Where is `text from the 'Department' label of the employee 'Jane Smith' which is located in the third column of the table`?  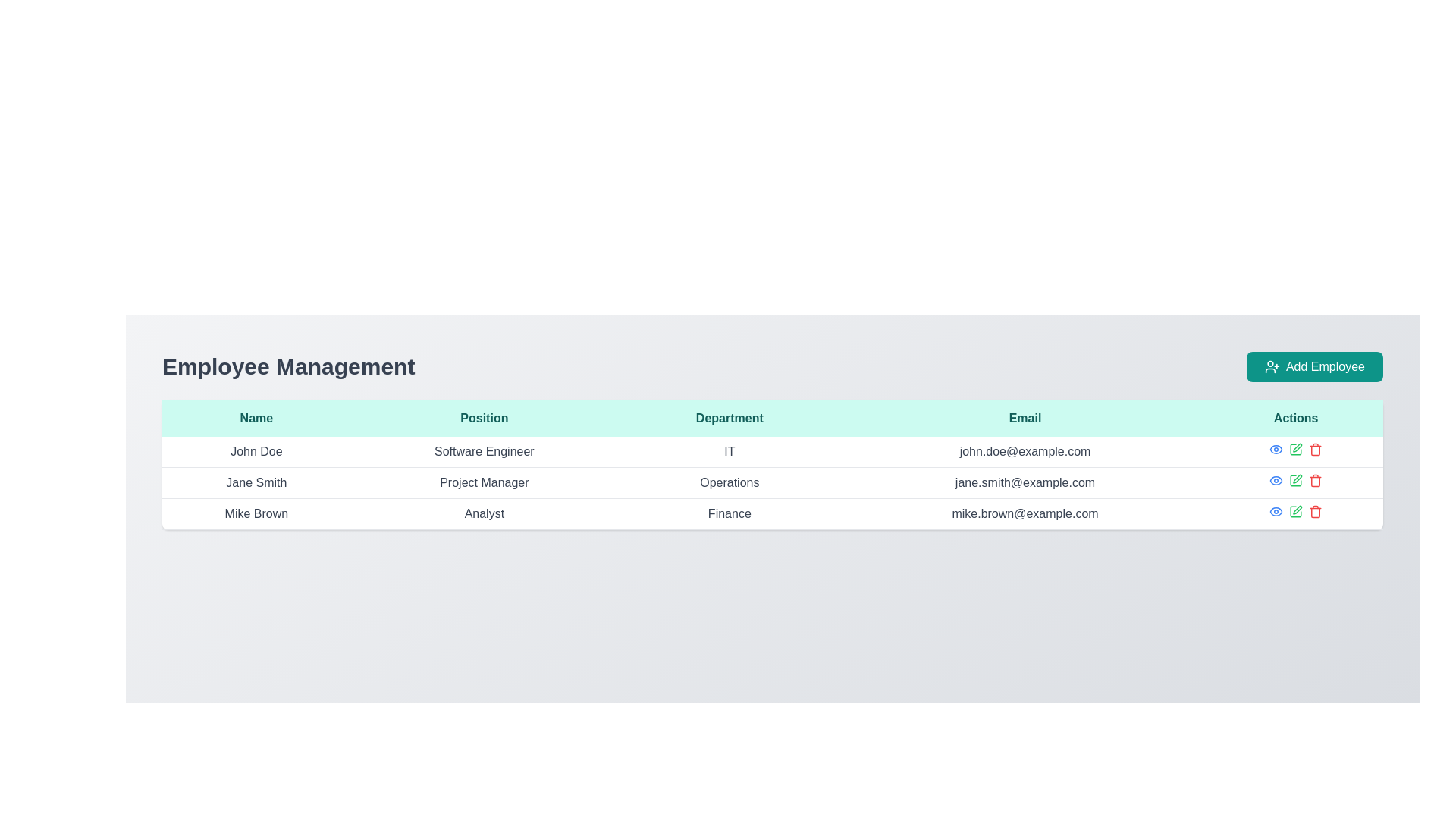
text from the 'Department' label of the employee 'Jane Smith' which is located in the third column of the table is located at coordinates (730, 482).